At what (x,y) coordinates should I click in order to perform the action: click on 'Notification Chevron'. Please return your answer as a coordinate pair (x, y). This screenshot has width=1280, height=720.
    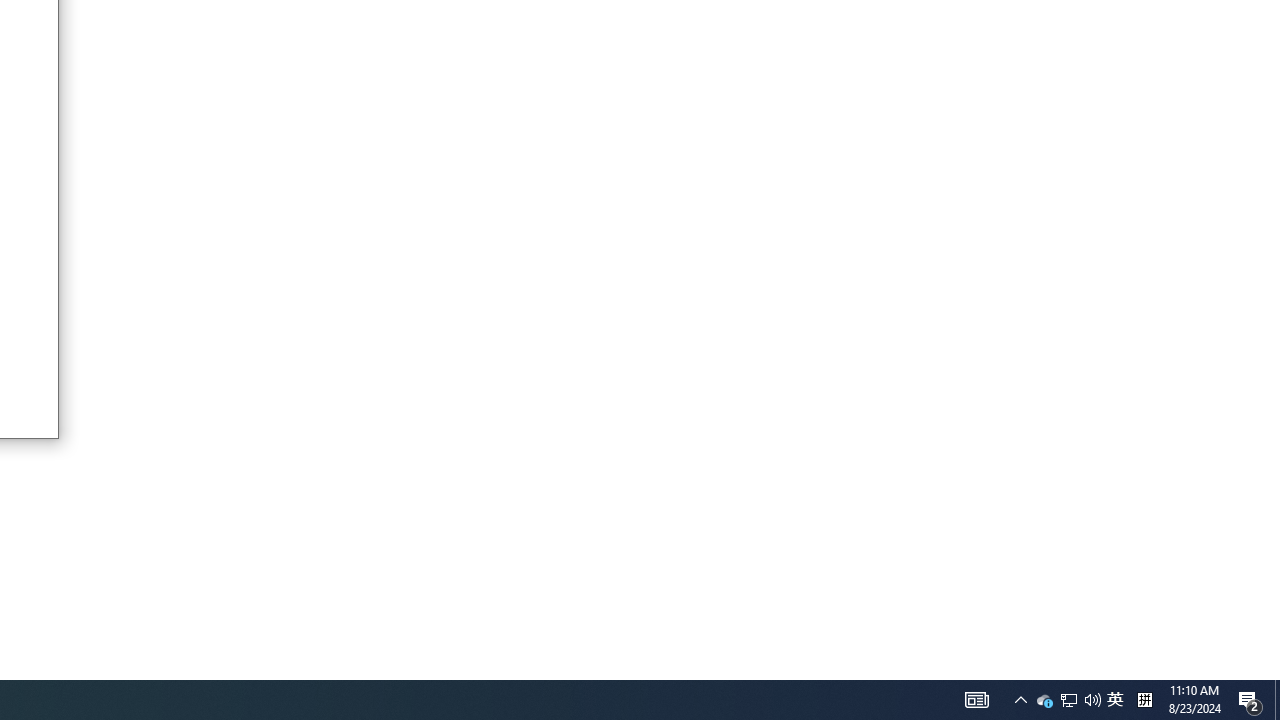
    Looking at the image, I should click on (1020, 698).